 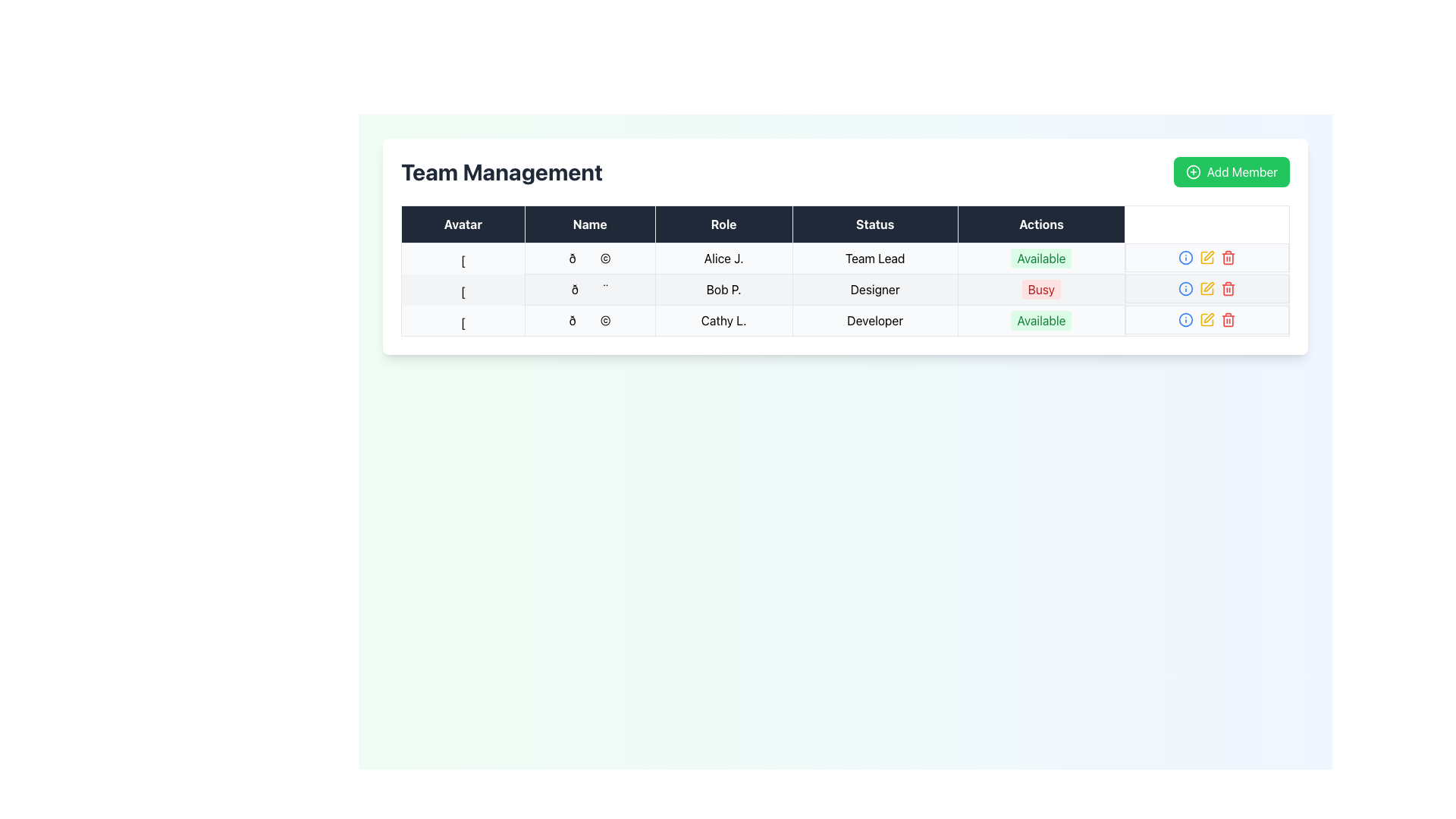 What do you see at coordinates (1207, 288) in the screenshot?
I see `the edit icon in the second row of the 'Actions' column associated with the 'Bob P.' entry` at bounding box center [1207, 288].